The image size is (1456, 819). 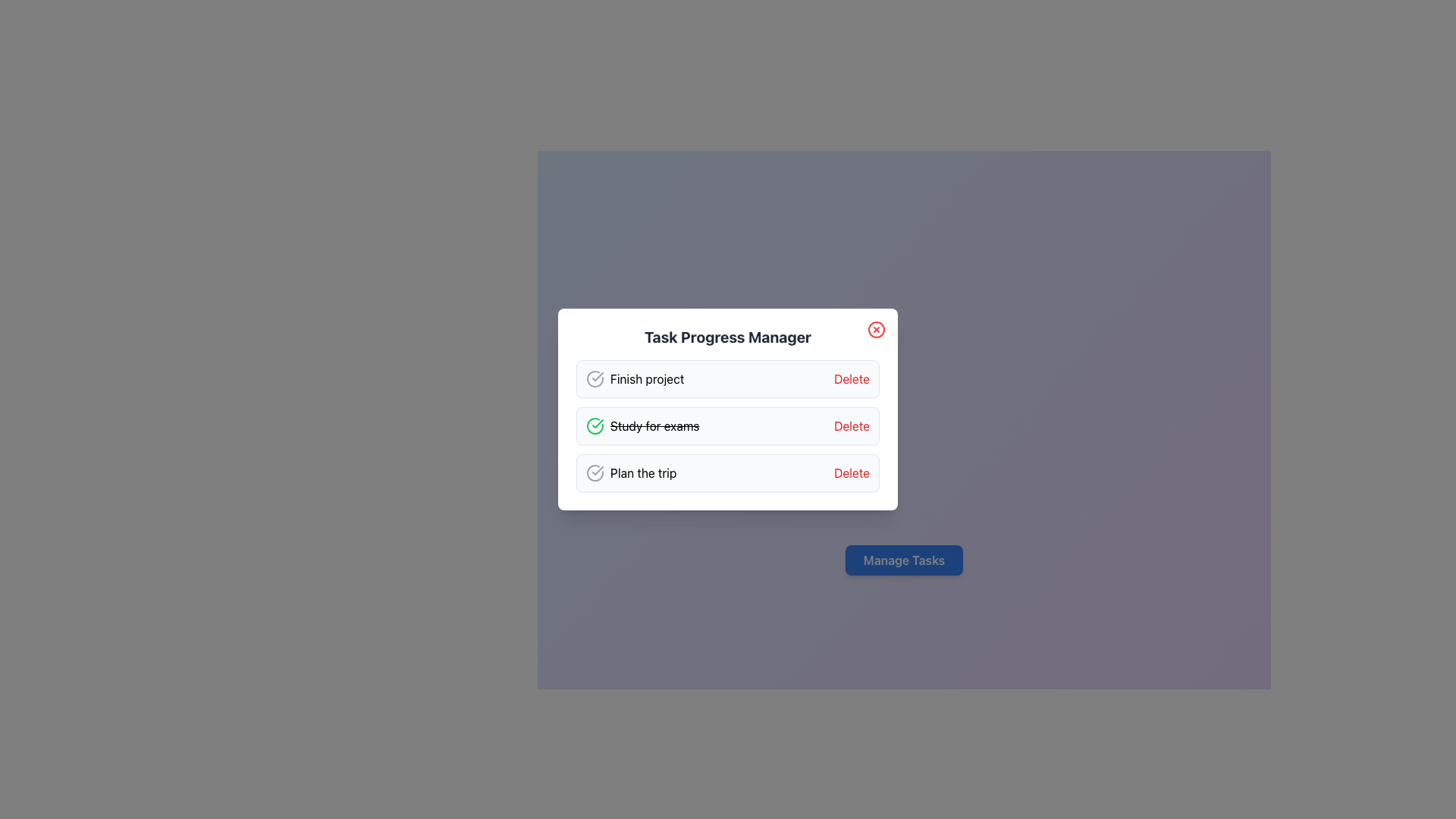 I want to click on the circular icon with a checkmark that indicates completion, located to the left of the 'Plan the trip' text label in the 'Task Progress Manager' interface, so click(x=595, y=472).